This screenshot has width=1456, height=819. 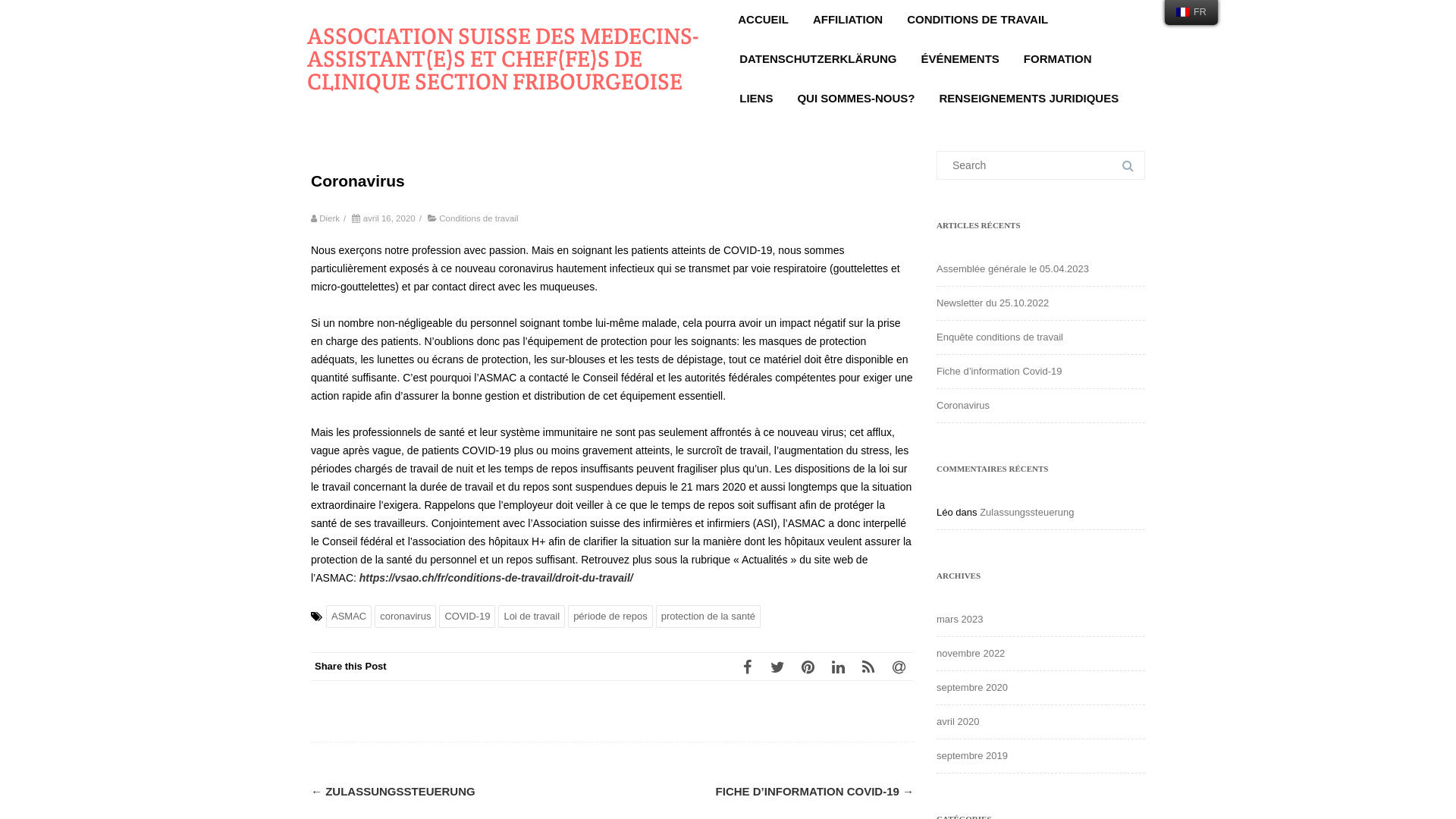 What do you see at coordinates (1040, 165) in the screenshot?
I see `'Search for:'` at bounding box center [1040, 165].